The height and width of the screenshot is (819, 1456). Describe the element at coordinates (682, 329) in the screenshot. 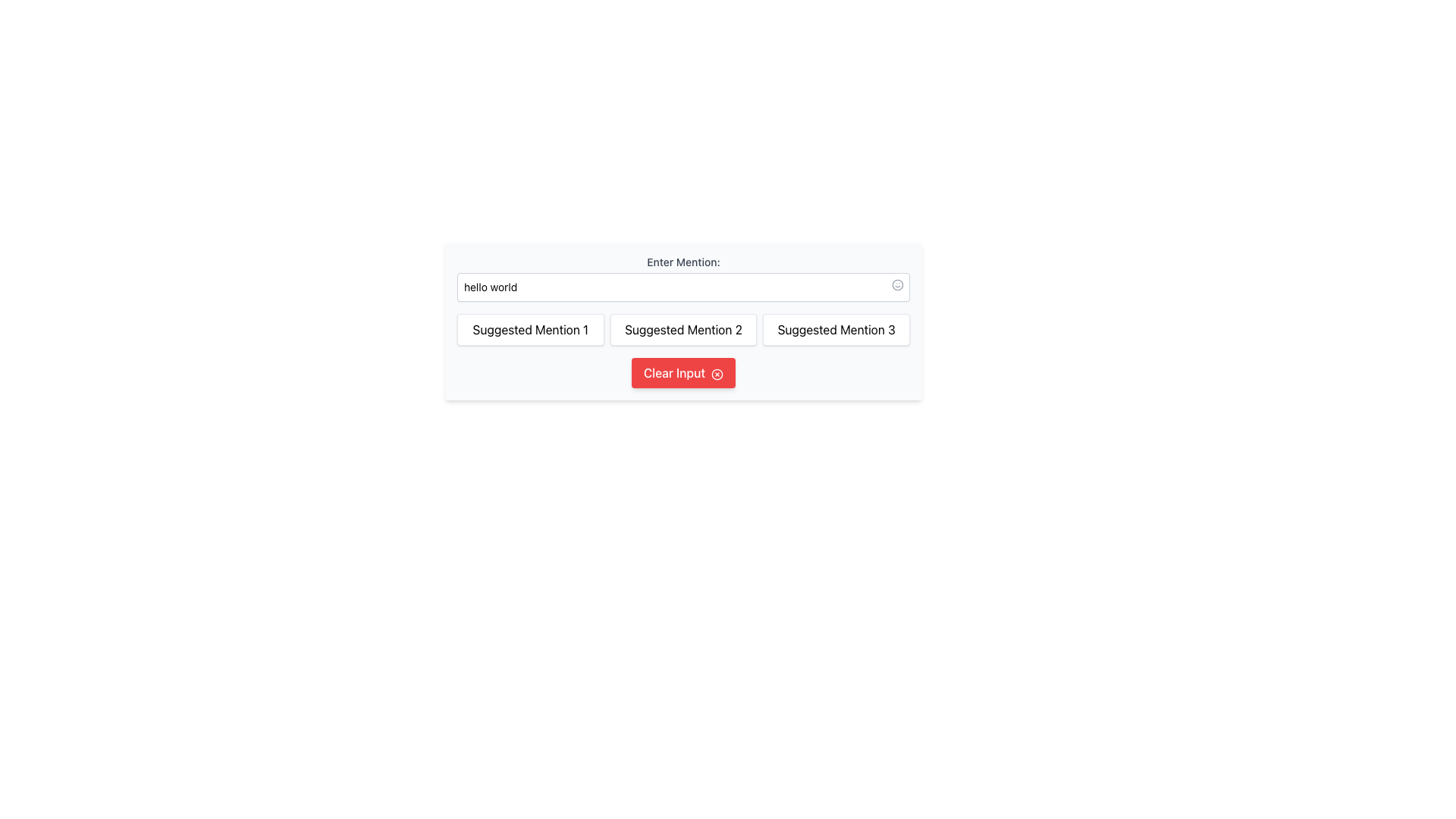

I see `the box labeled 'Suggested Mention 1' in the grid containing text boxes` at that location.